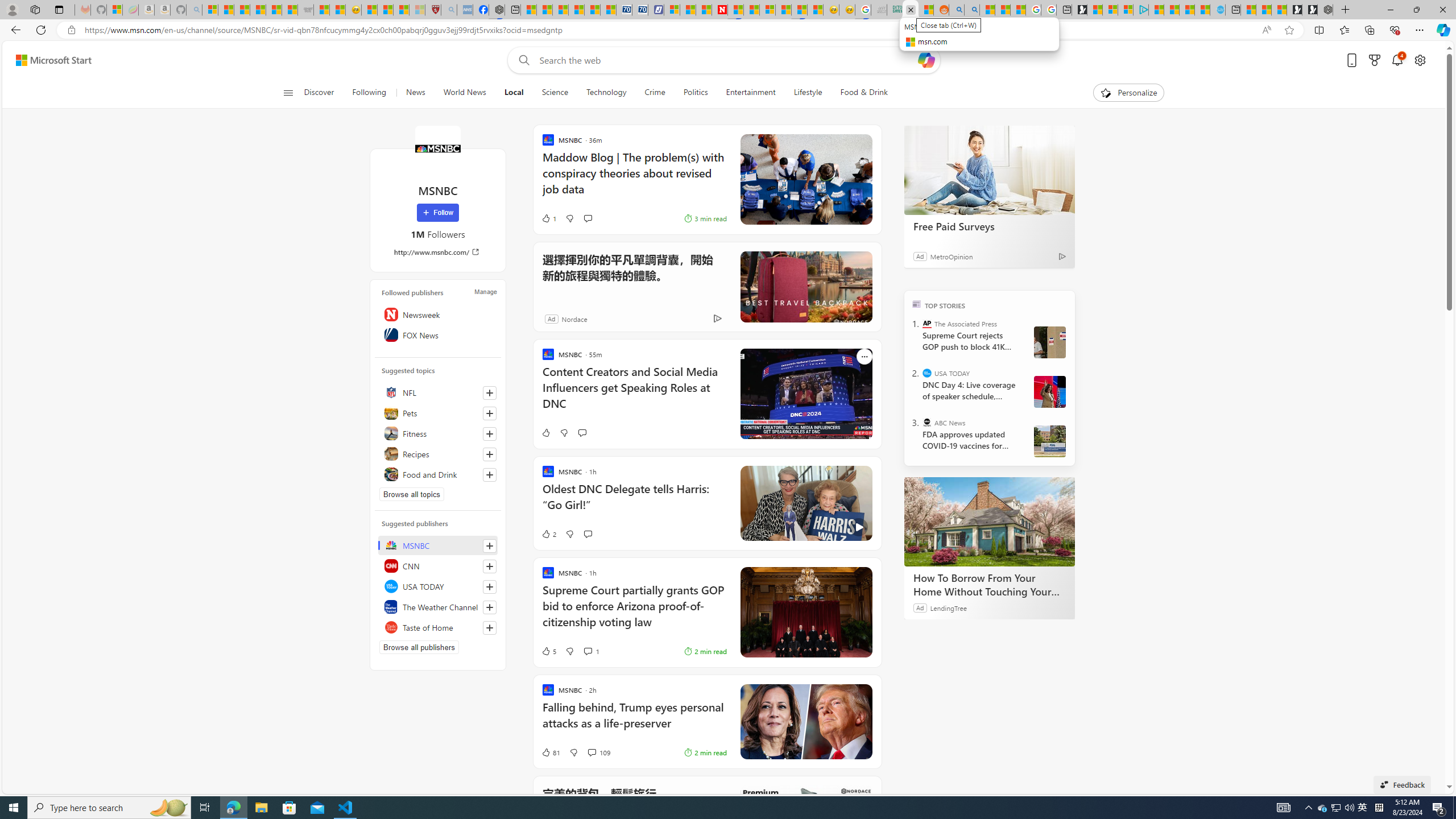  I want to click on 'Crime', so click(655, 92).